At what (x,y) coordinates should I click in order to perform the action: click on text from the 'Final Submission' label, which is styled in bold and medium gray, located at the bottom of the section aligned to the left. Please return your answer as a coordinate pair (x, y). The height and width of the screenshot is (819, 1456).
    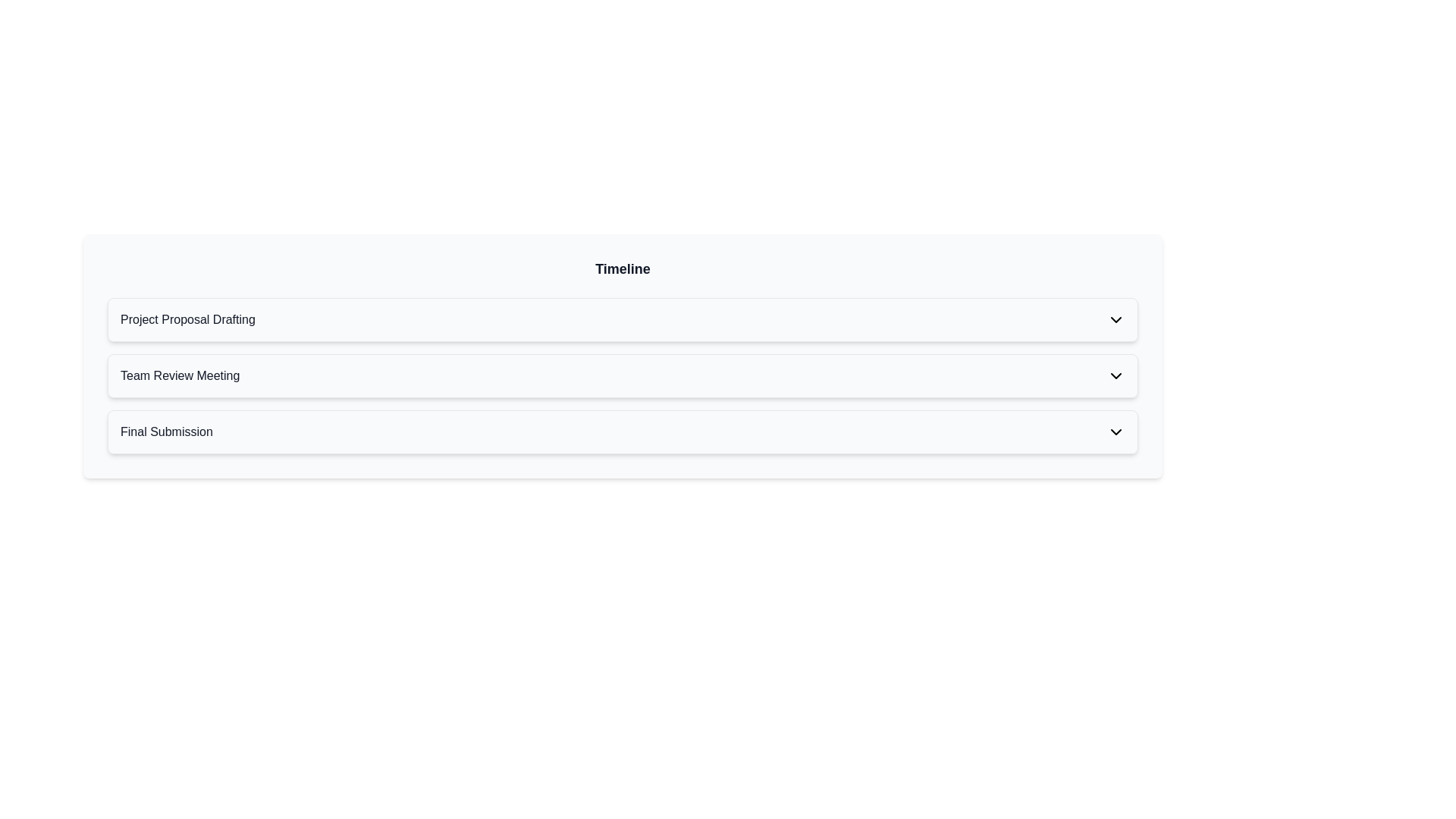
    Looking at the image, I should click on (166, 432).